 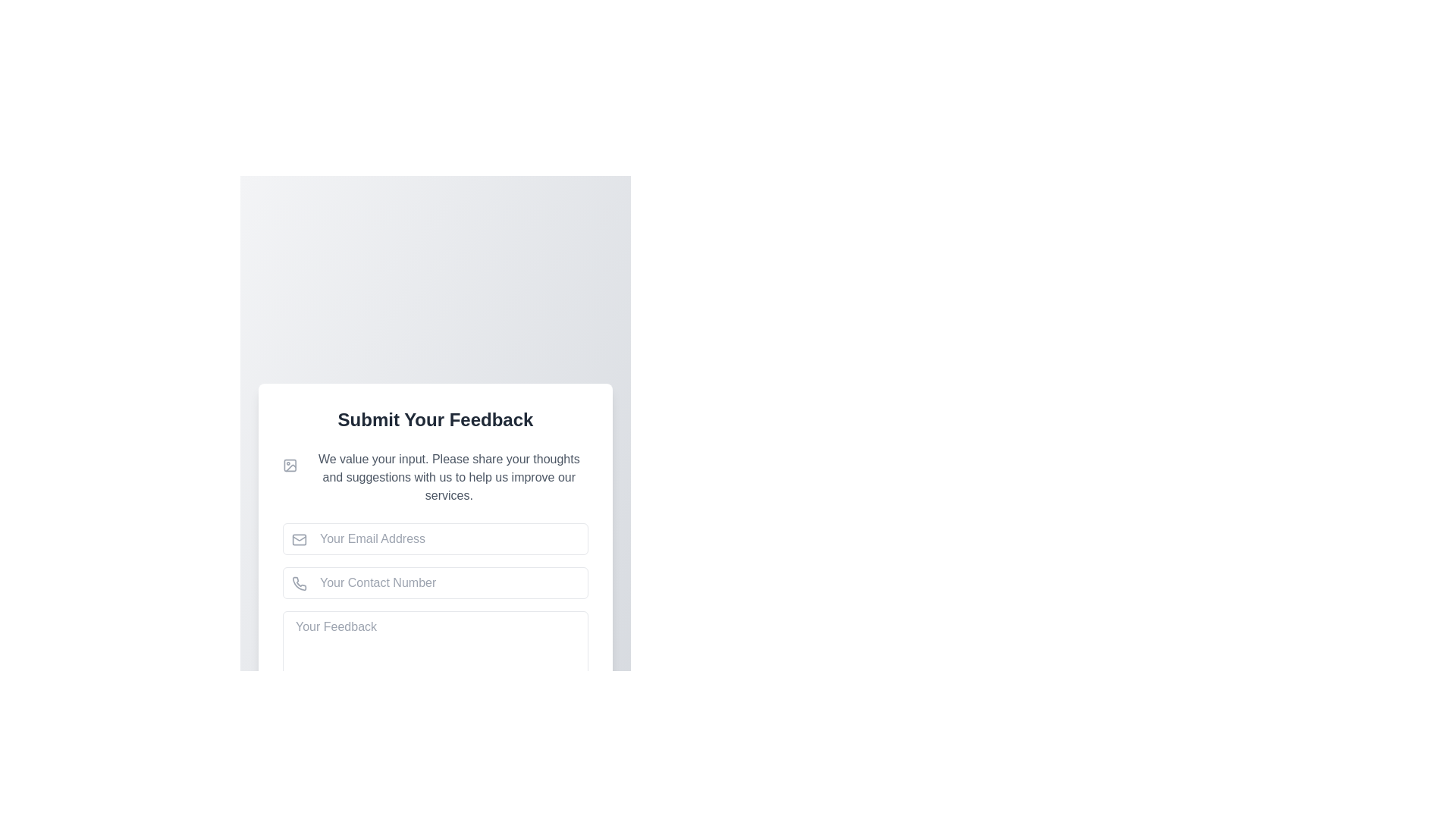 What do you see at coordinates (435, 419) in the screenshot?
I see `the bold, large-font 'Submit Your Feedback' heading text at the top of the feedback form card` at bounding box center [435, 419].